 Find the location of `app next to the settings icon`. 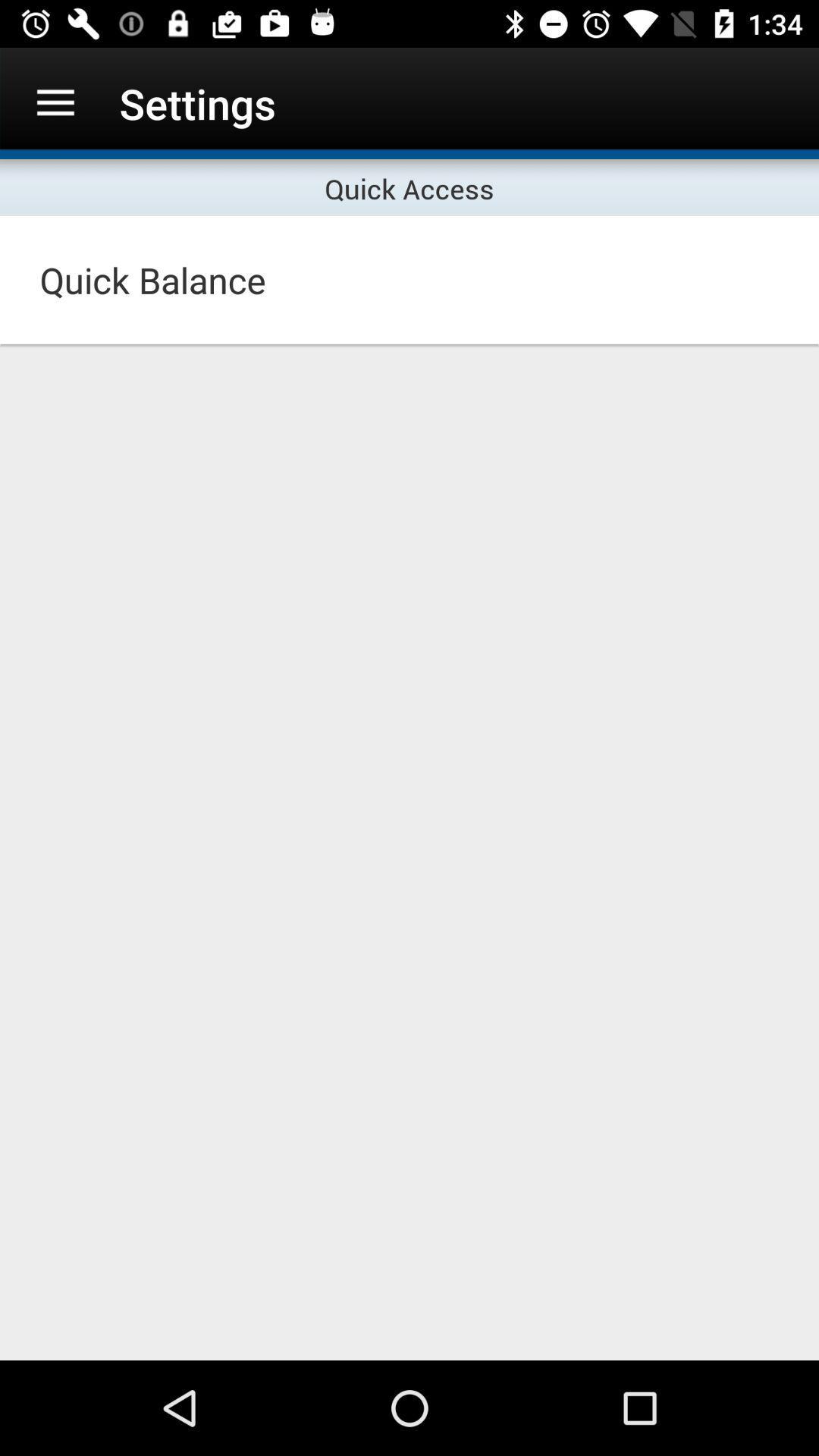

app next to the settings icon is located at coordinates (55, 102).